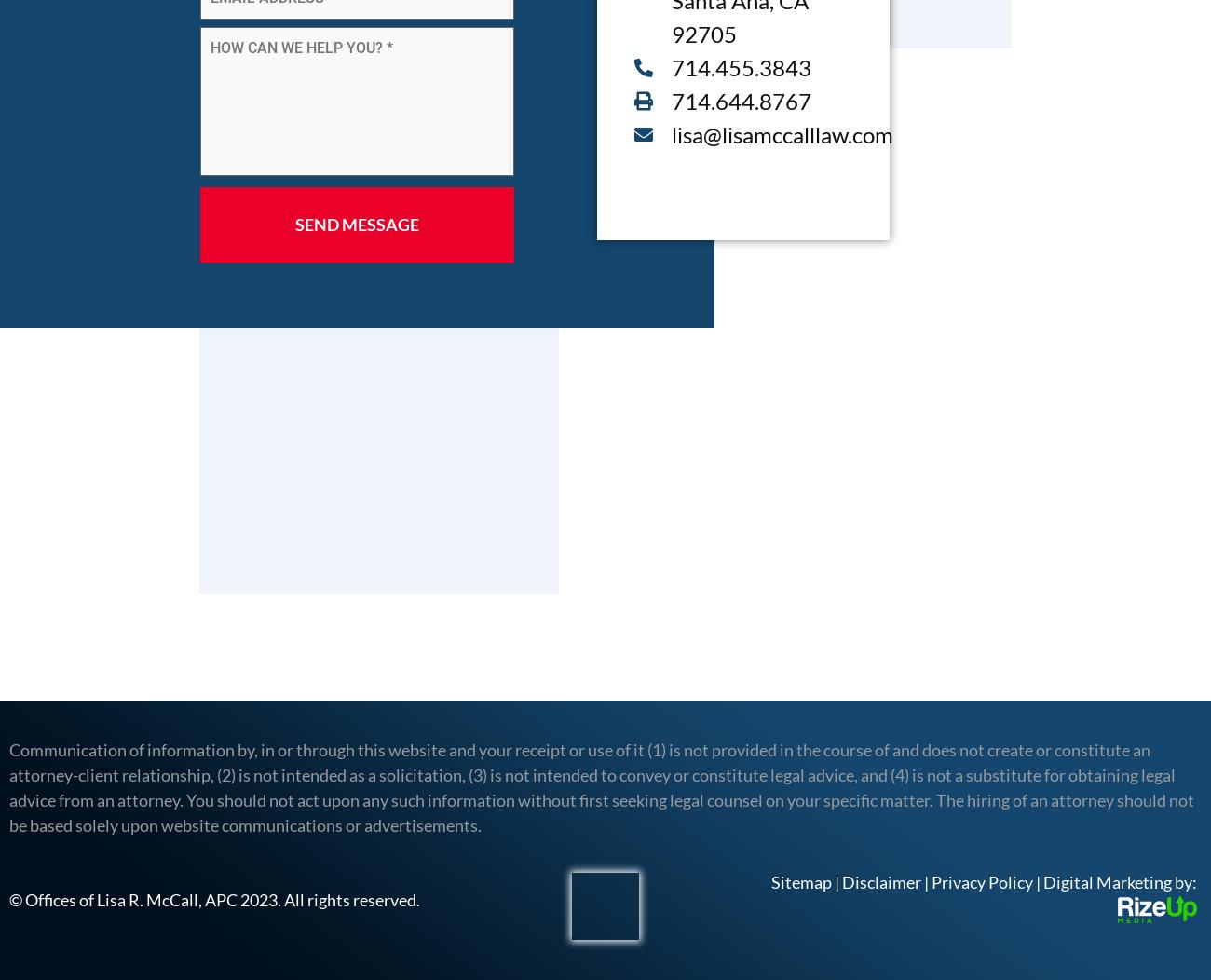  Describe the element at coordinates (740, 100) in the screenshot. I see `'714.644.8767'` at that location.